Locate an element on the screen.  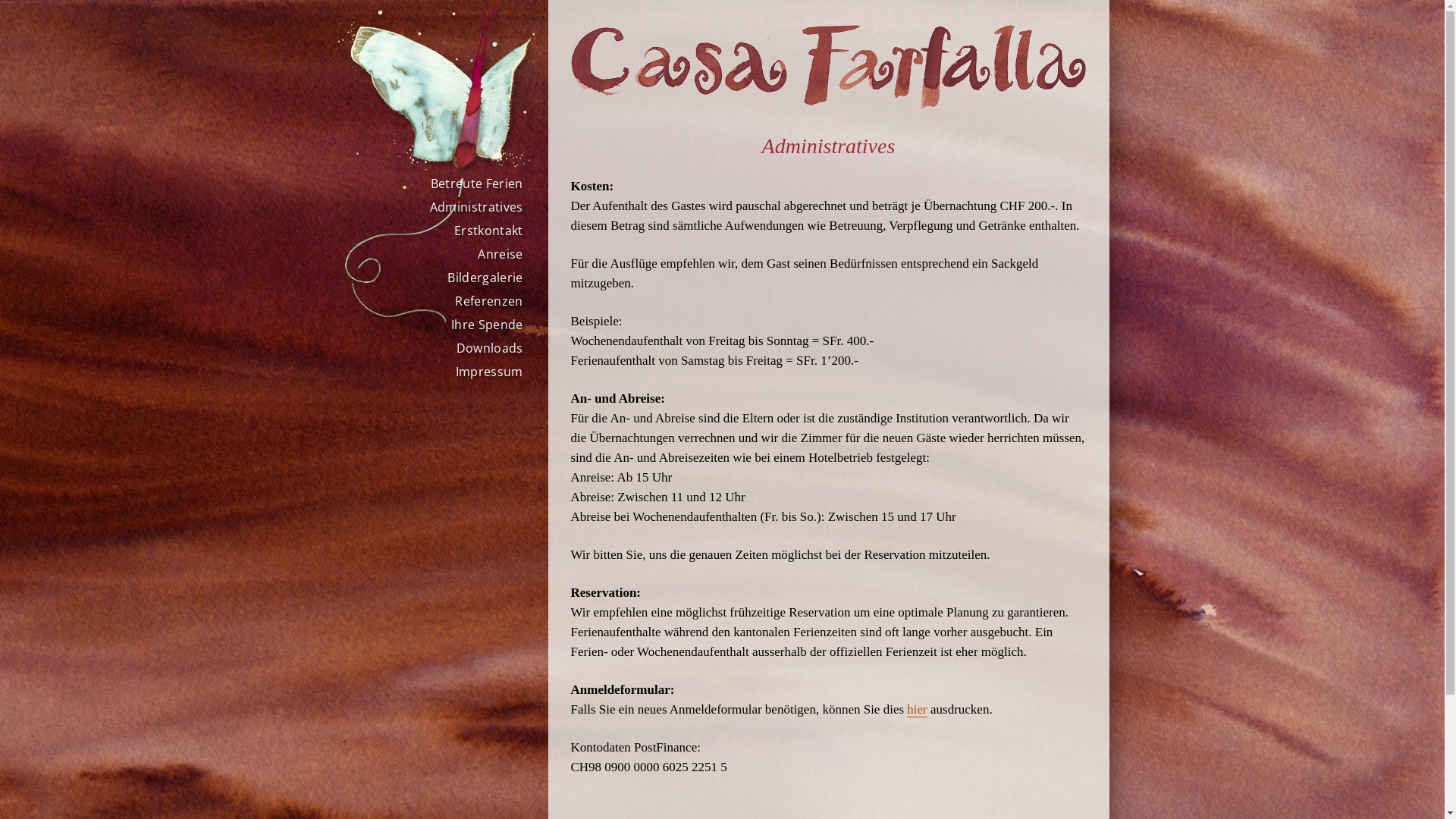
'Referenzen' is located at coordinates (488, 301).